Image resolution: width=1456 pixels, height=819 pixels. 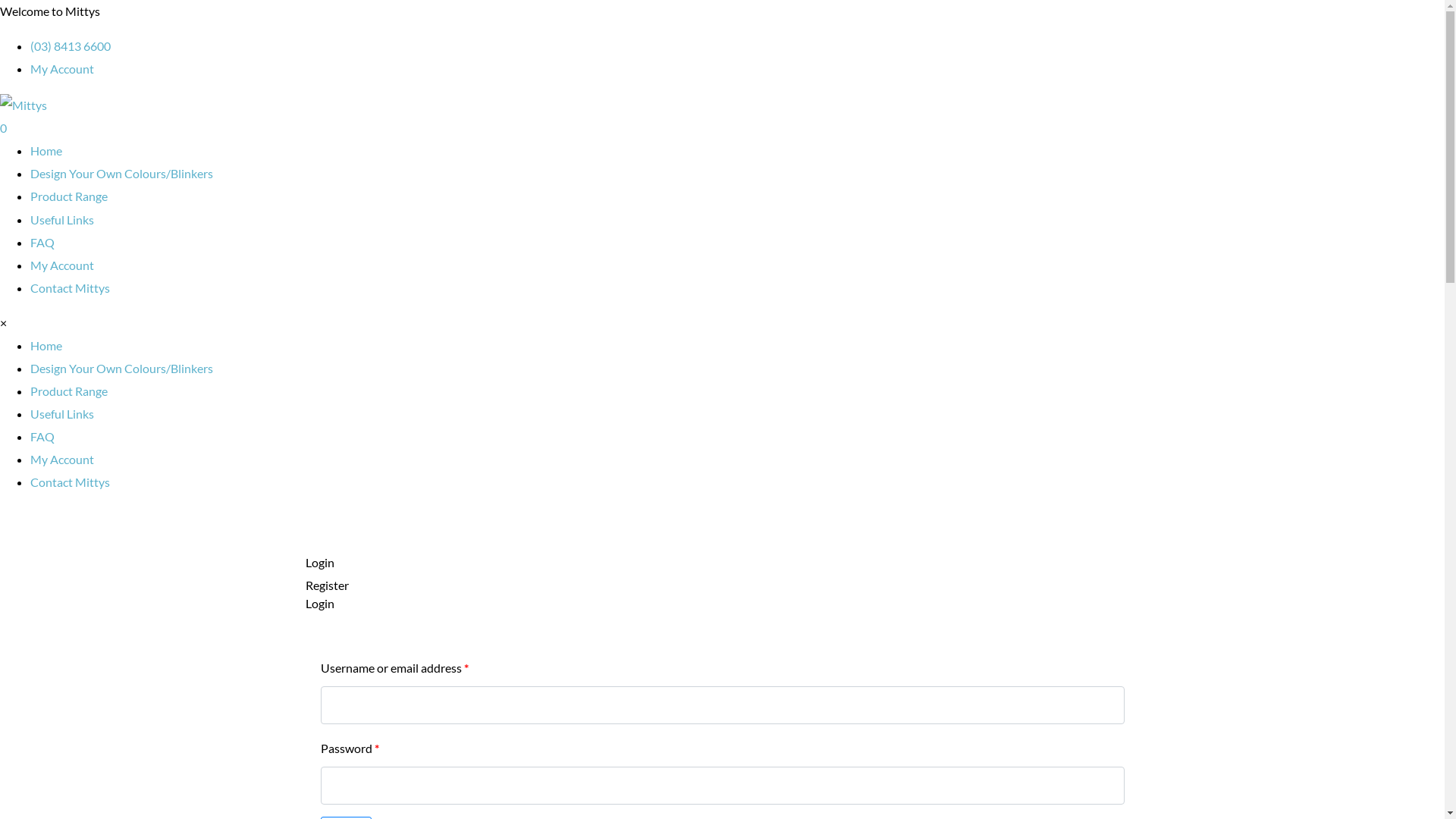 I want to click on 'Contact Mittys', so click(x=69, y=287).